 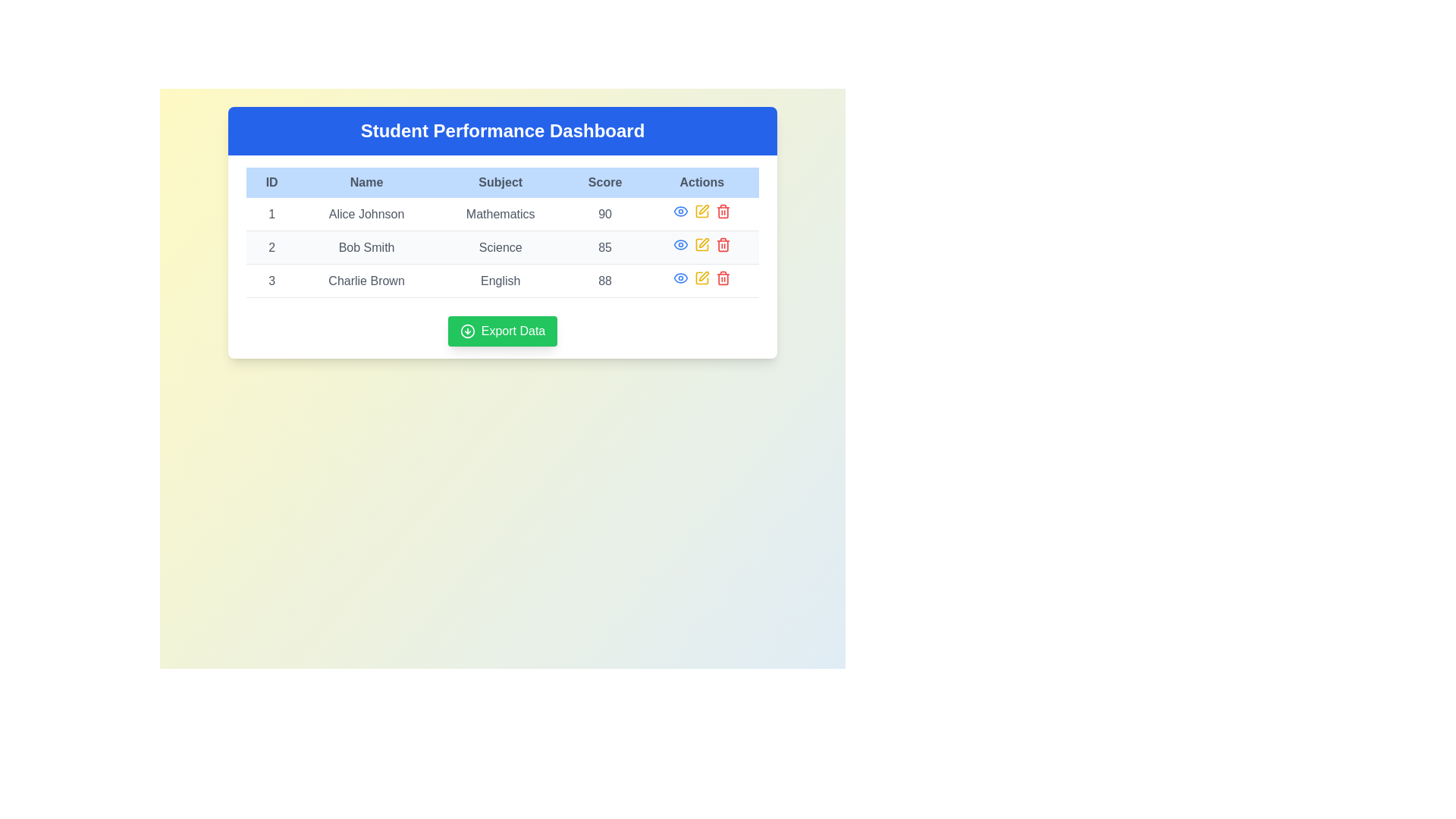 I want to click on the text element in the leftmost column of the table that identifies the row for 'Charlie Brown' in 'English', so click(x=271, y=281).